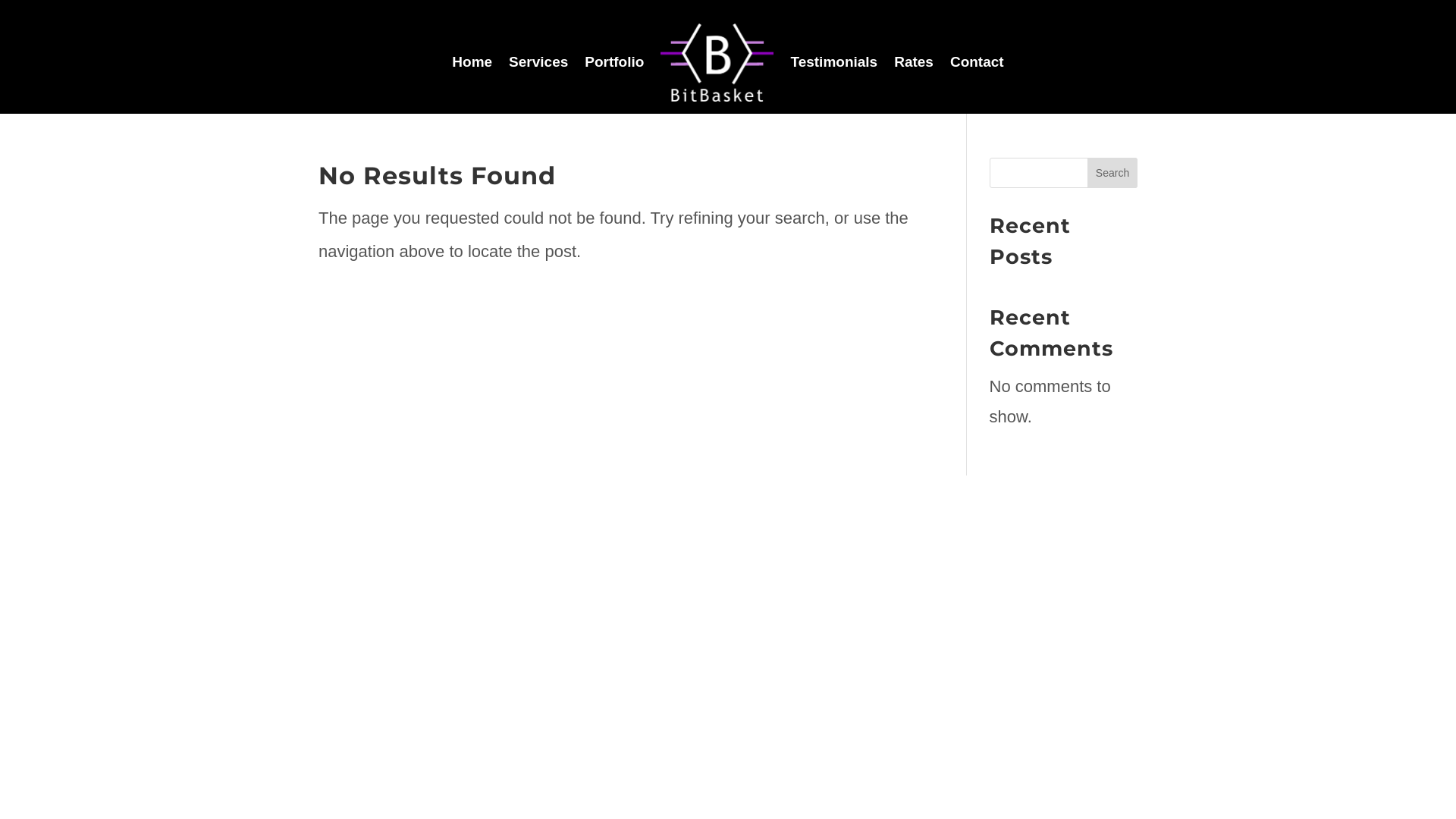 The height and width of the screenshot is (819, 1456). Describe the element at coordinates (1112, 171) in the screenshot. I see `'Search'` at that location.